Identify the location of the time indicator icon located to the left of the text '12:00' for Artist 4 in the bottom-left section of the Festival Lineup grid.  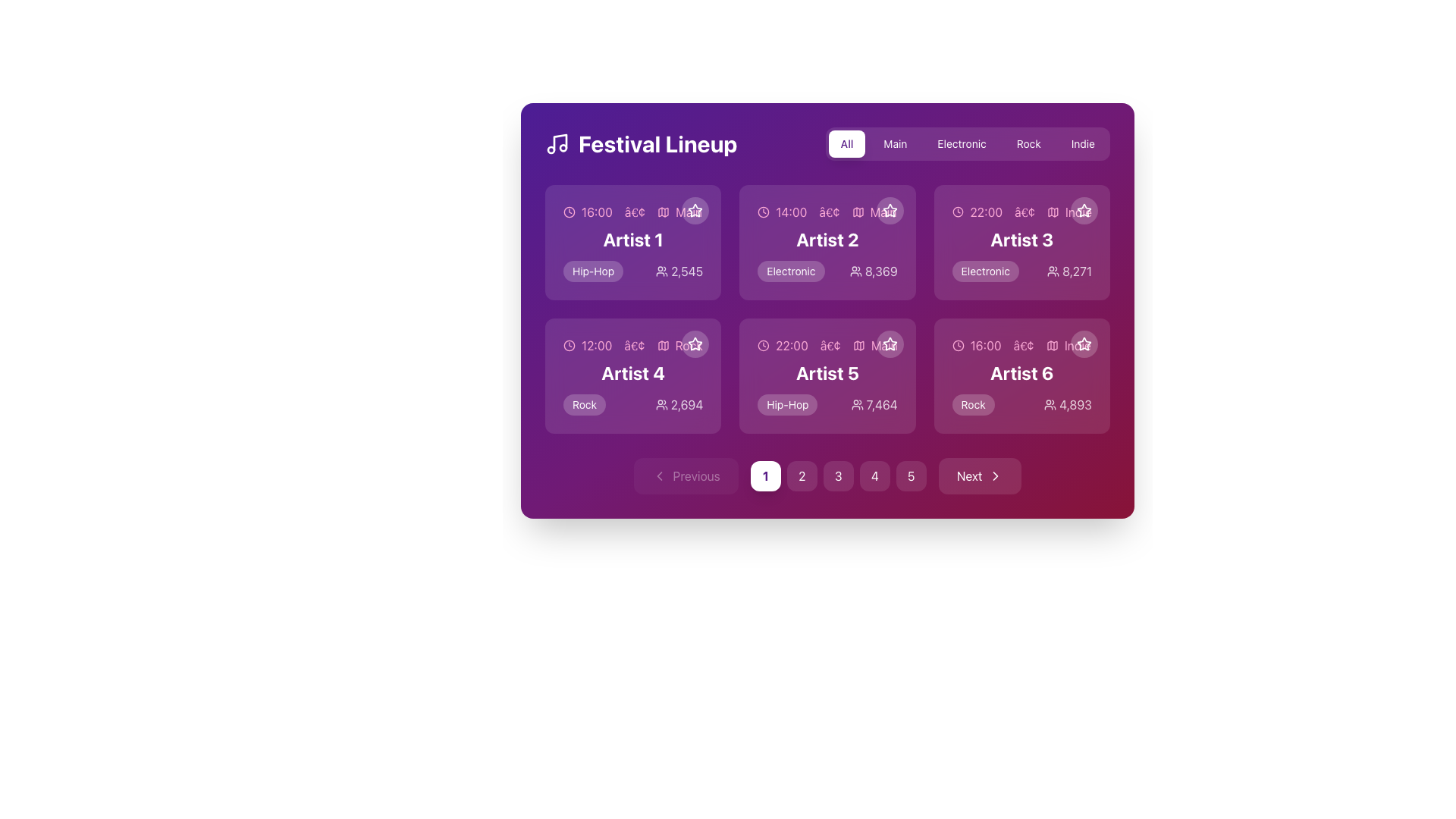
(568, 345).